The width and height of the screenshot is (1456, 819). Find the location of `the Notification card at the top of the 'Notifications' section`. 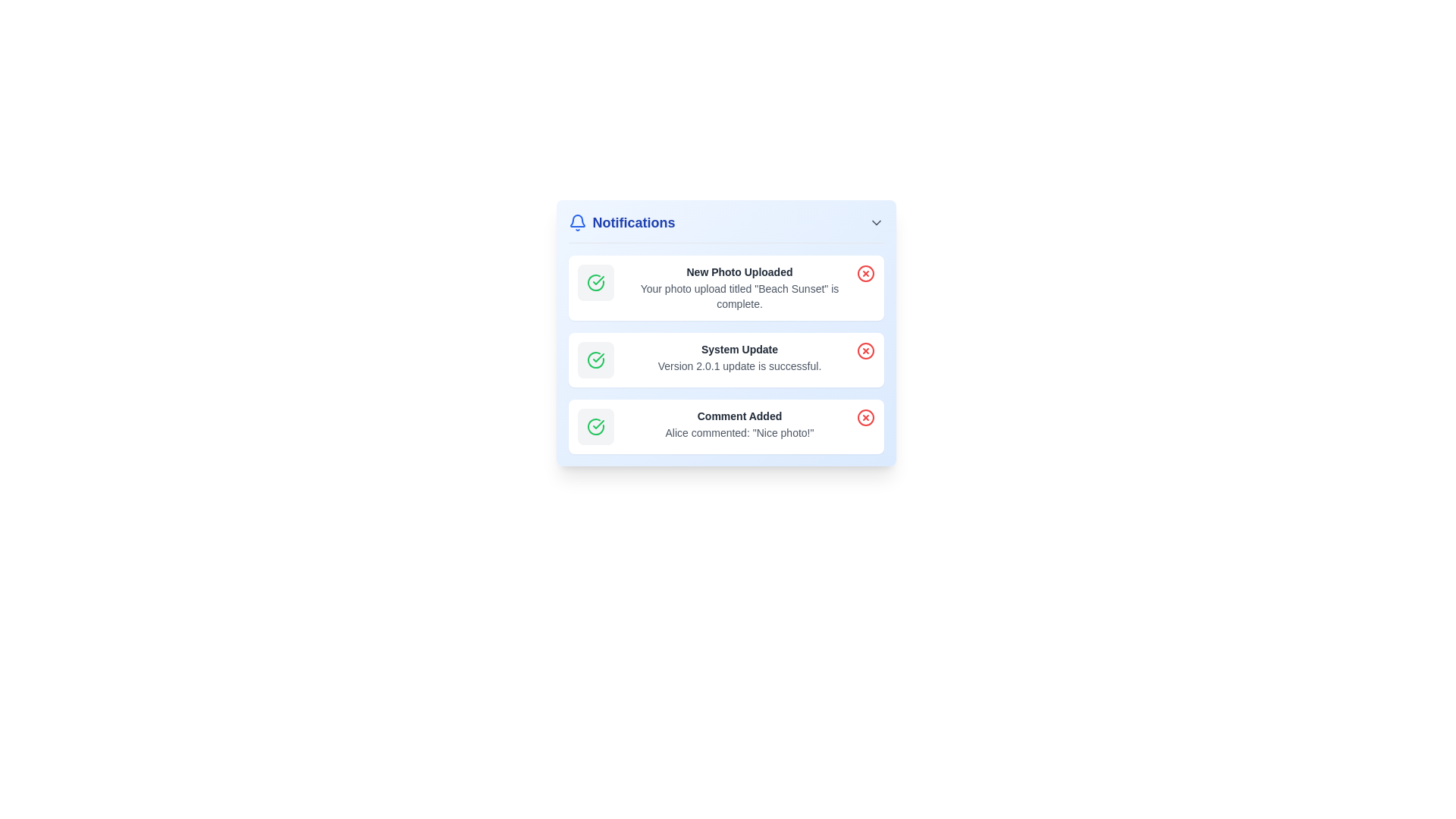

the Notification card at the top of the 'Notifications' section is located at coordinates (725, 288).